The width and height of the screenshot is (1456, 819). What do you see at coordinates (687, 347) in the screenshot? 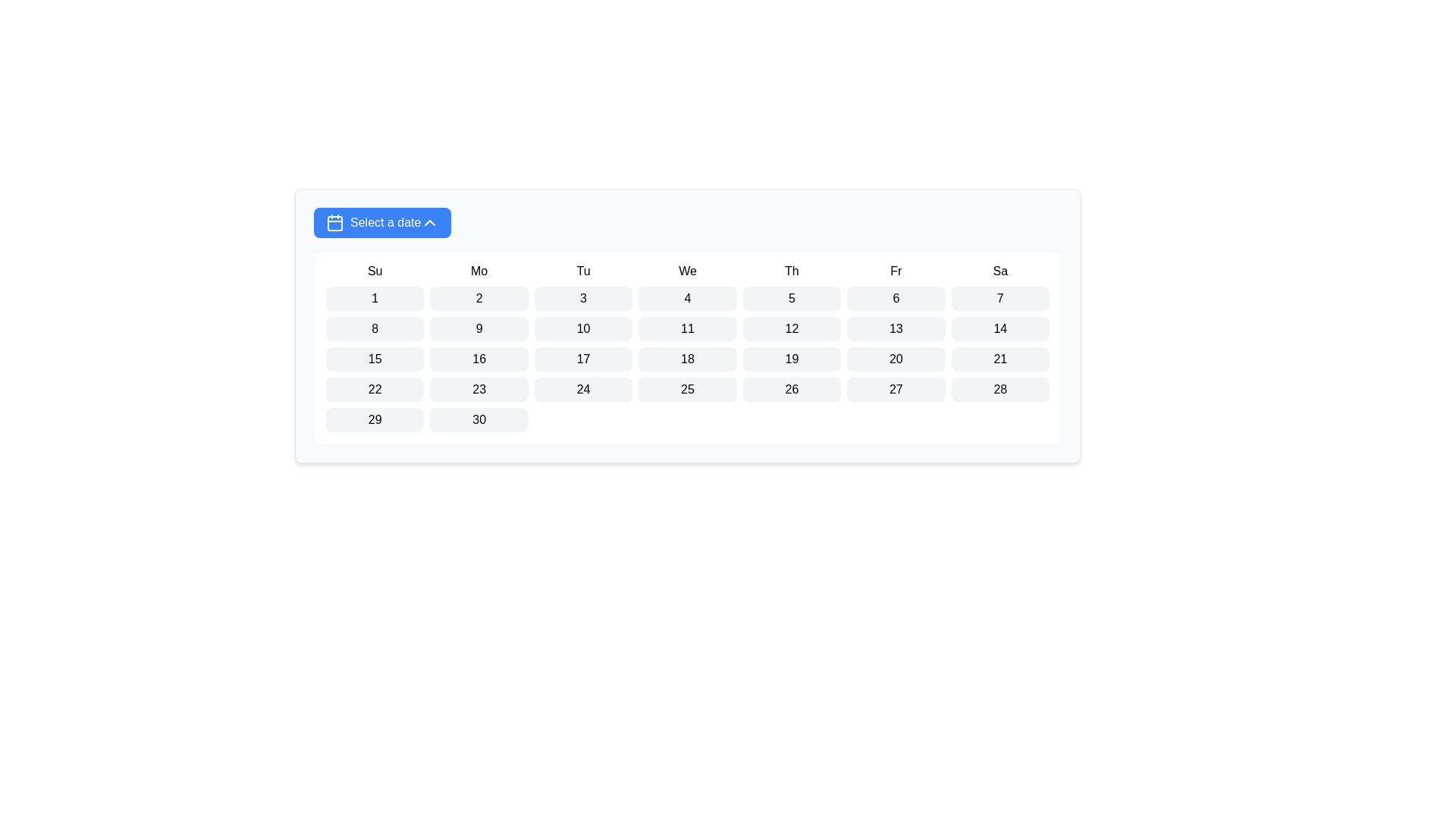
I see `the Calendar grid element which visually represents dates in a month format, located in the center of the interface` at bounding box center [687, 347].